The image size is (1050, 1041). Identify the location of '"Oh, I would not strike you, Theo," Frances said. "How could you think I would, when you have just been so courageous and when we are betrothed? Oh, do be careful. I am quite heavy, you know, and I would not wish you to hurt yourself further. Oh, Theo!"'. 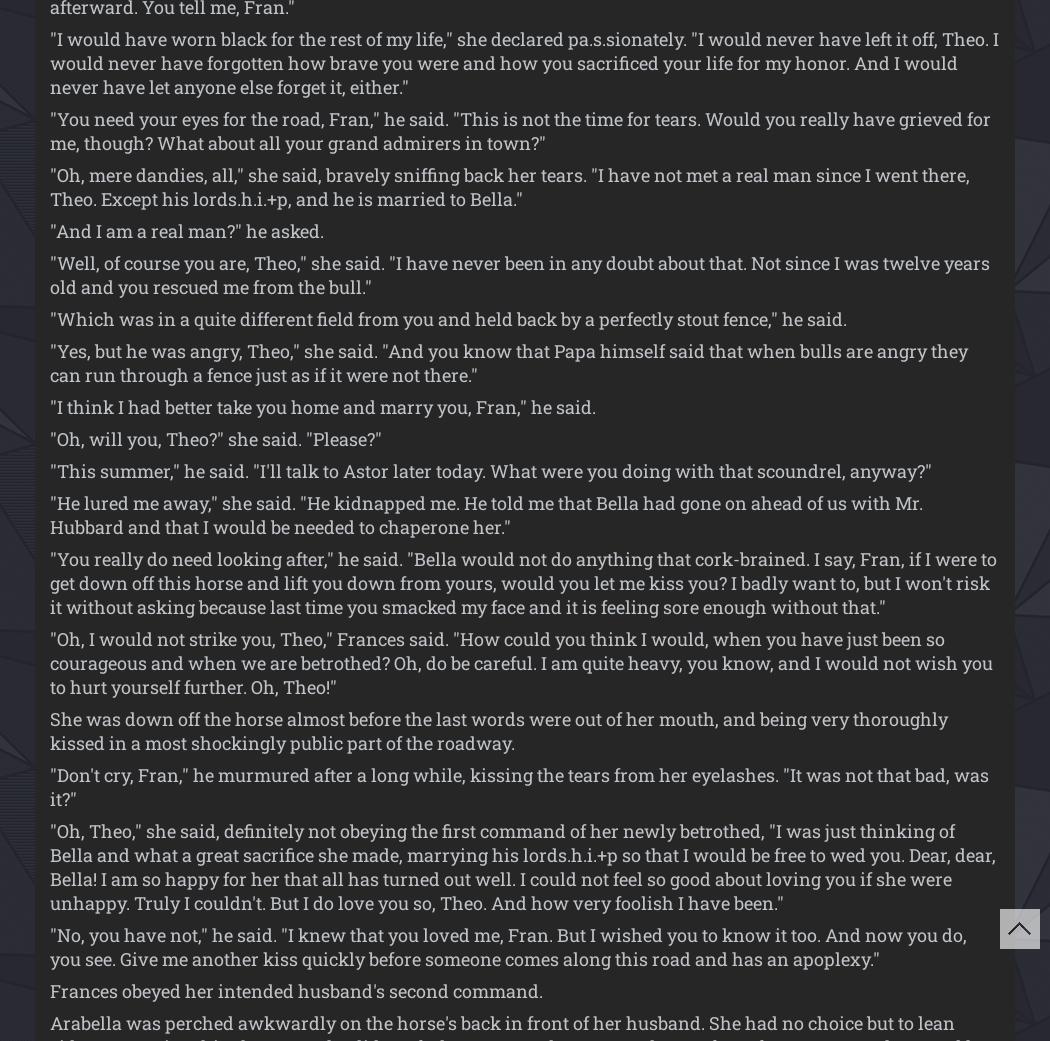
(520, 660).